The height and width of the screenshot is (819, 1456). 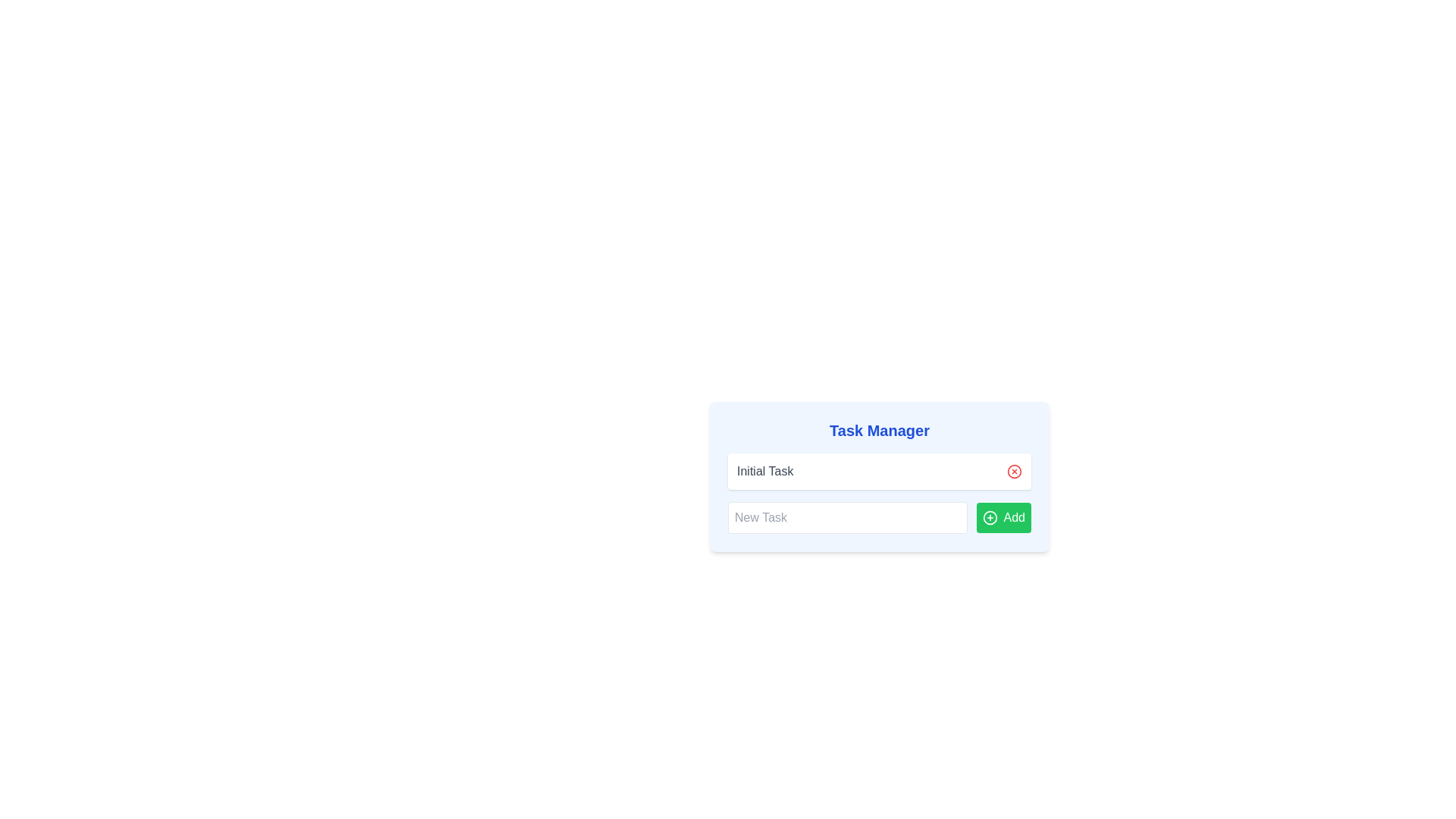 What do you see at coordinates (1003, 516) in the screenshot?
I see `the 'Add' button with a green background and white text` at bounding box center [1003, 516].